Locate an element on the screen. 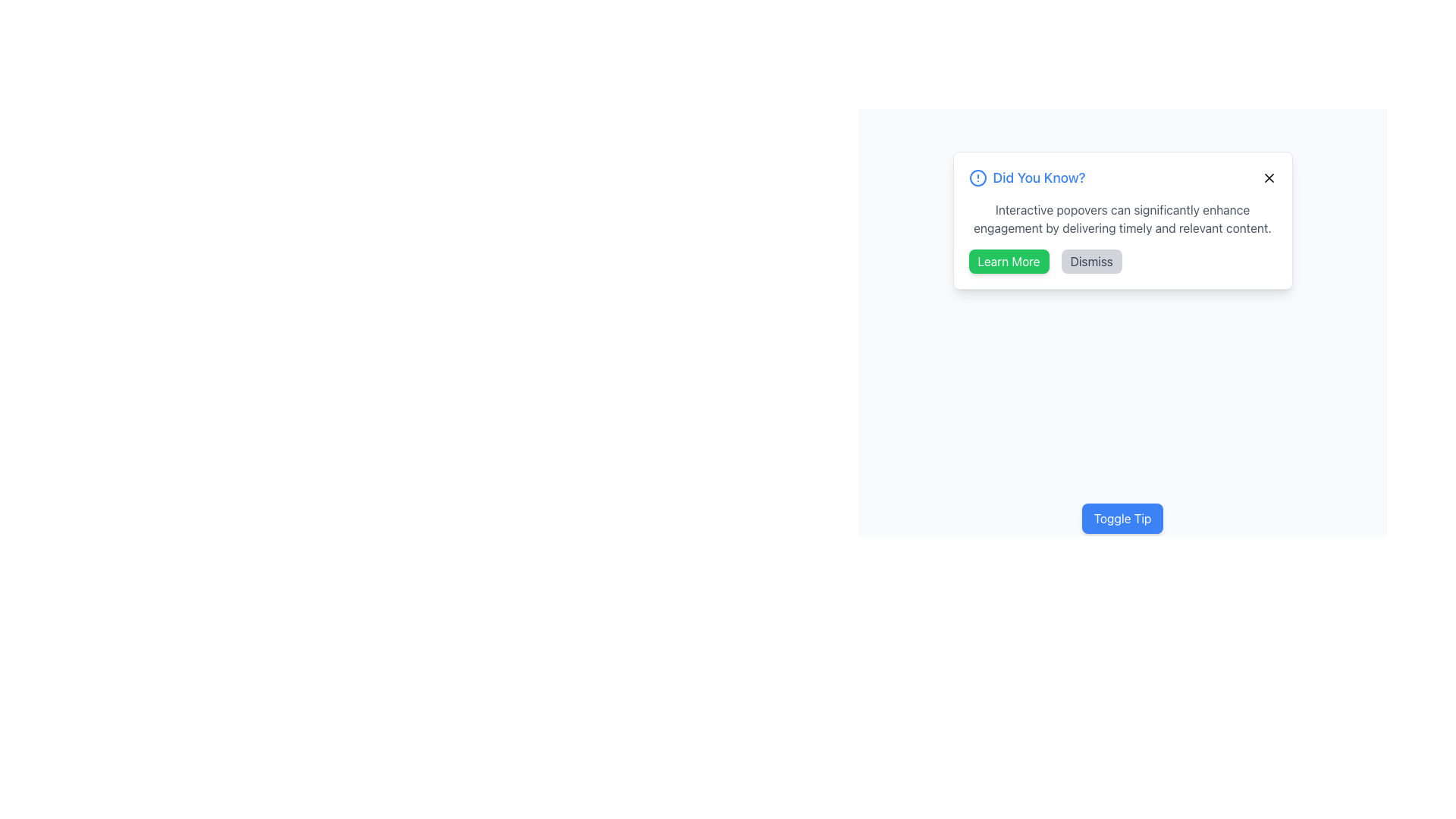 The image size is (1456, 819). the 'Dismiss' button located at the bottom of the modal dialog box titled 'Did You Know?' is located at coordinates (1122, 260).